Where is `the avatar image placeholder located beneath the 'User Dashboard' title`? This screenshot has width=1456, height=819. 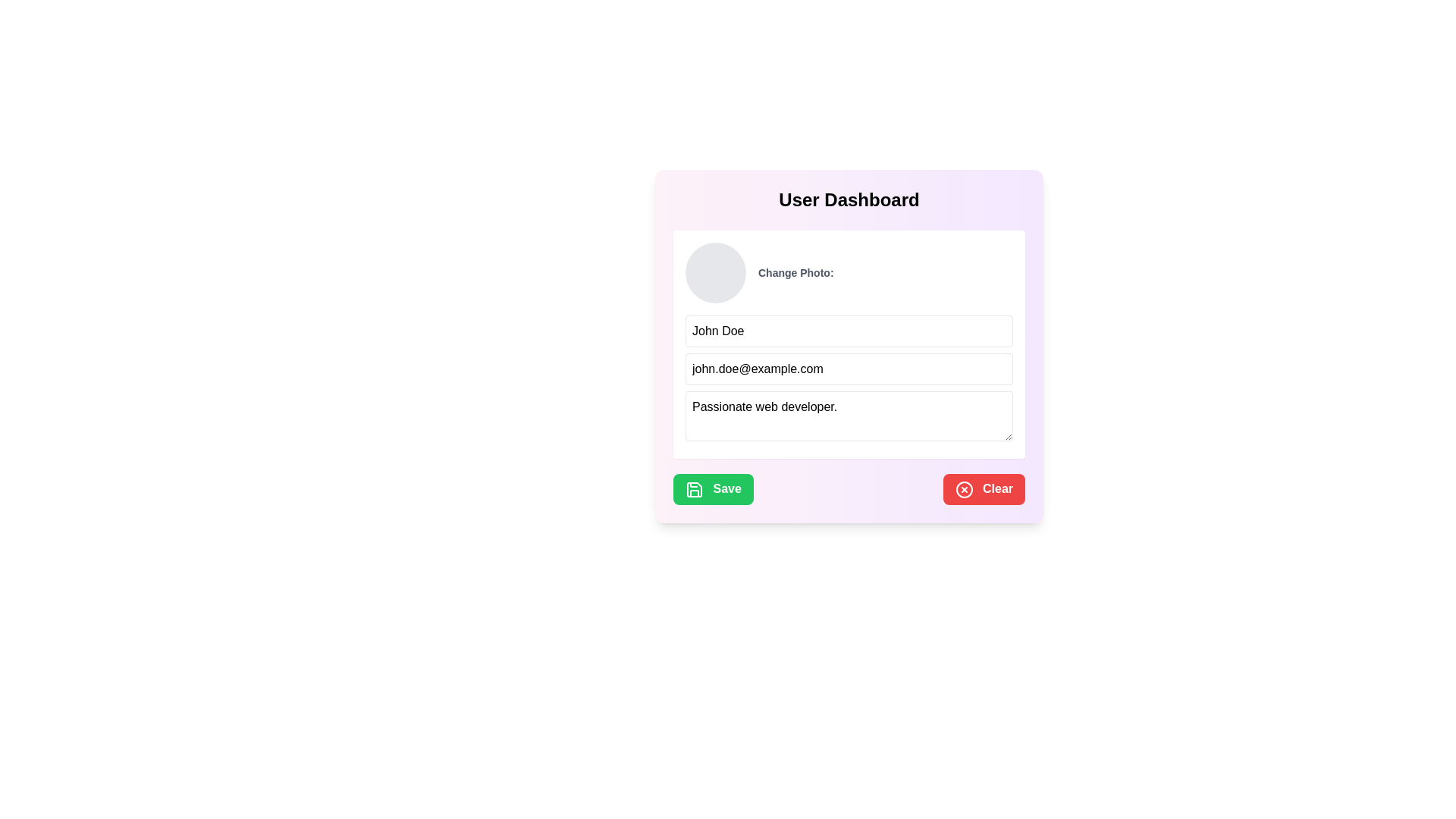 the avatar image placeholder located beneath the 'User Dashboard' title is located at coordinates (848, 271).